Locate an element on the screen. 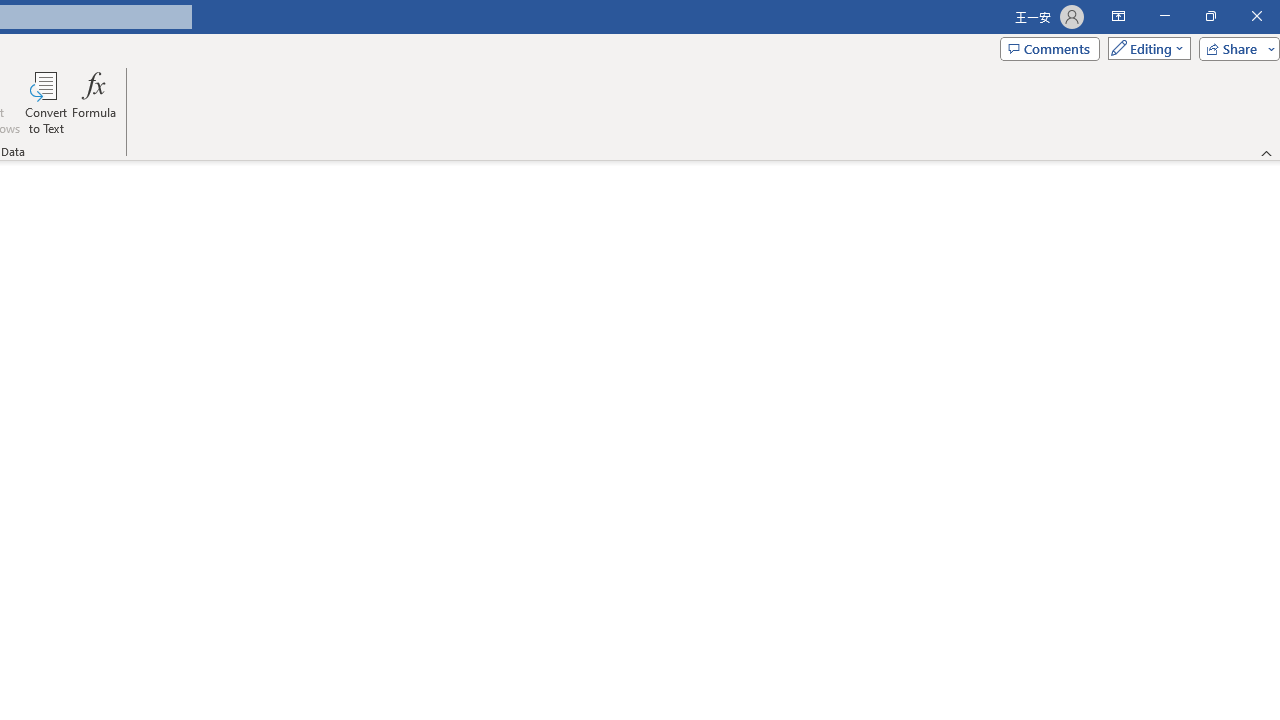 This screenshot has height=720, width=1280. 'Convert to Text...' is located at coordinates (46, 103).